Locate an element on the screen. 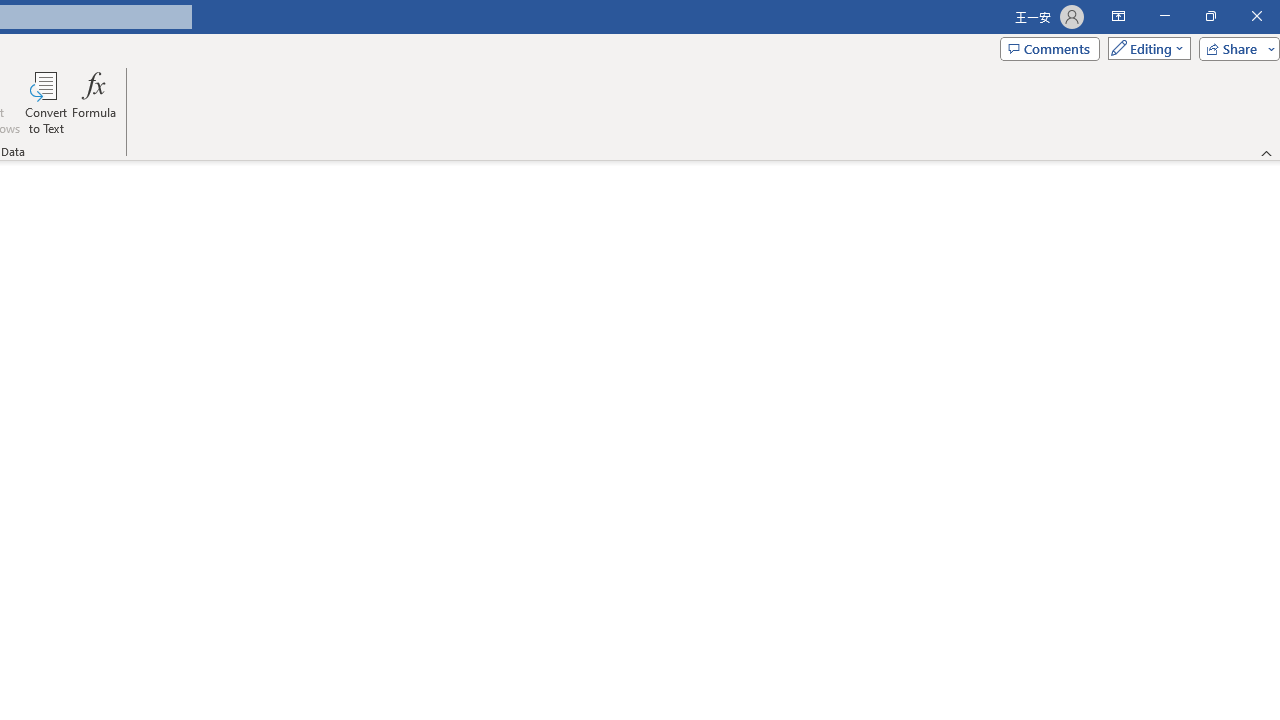 This screenshot has height=720, width=1280. 'Convert to Text...' is located at coordinates (46, 103).